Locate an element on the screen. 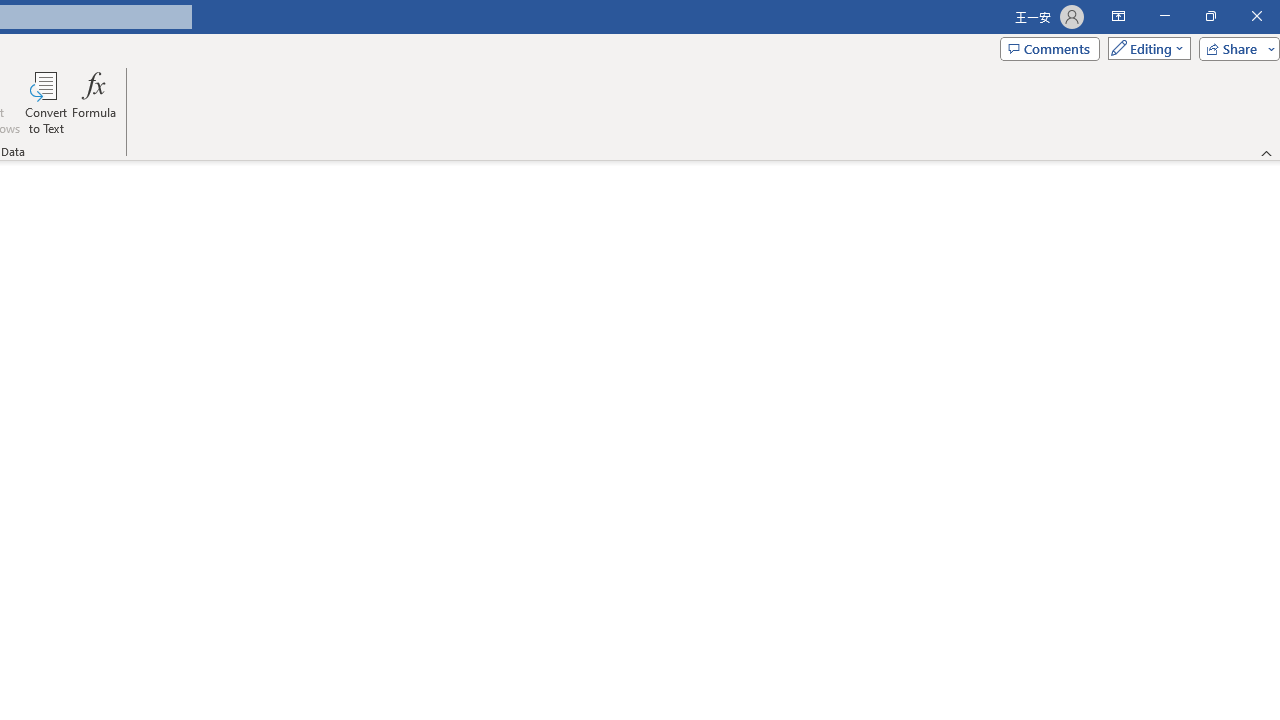 This screenshot has height=720, width=1280. 'Convert to Text...' is located at coordinates (46, 103).